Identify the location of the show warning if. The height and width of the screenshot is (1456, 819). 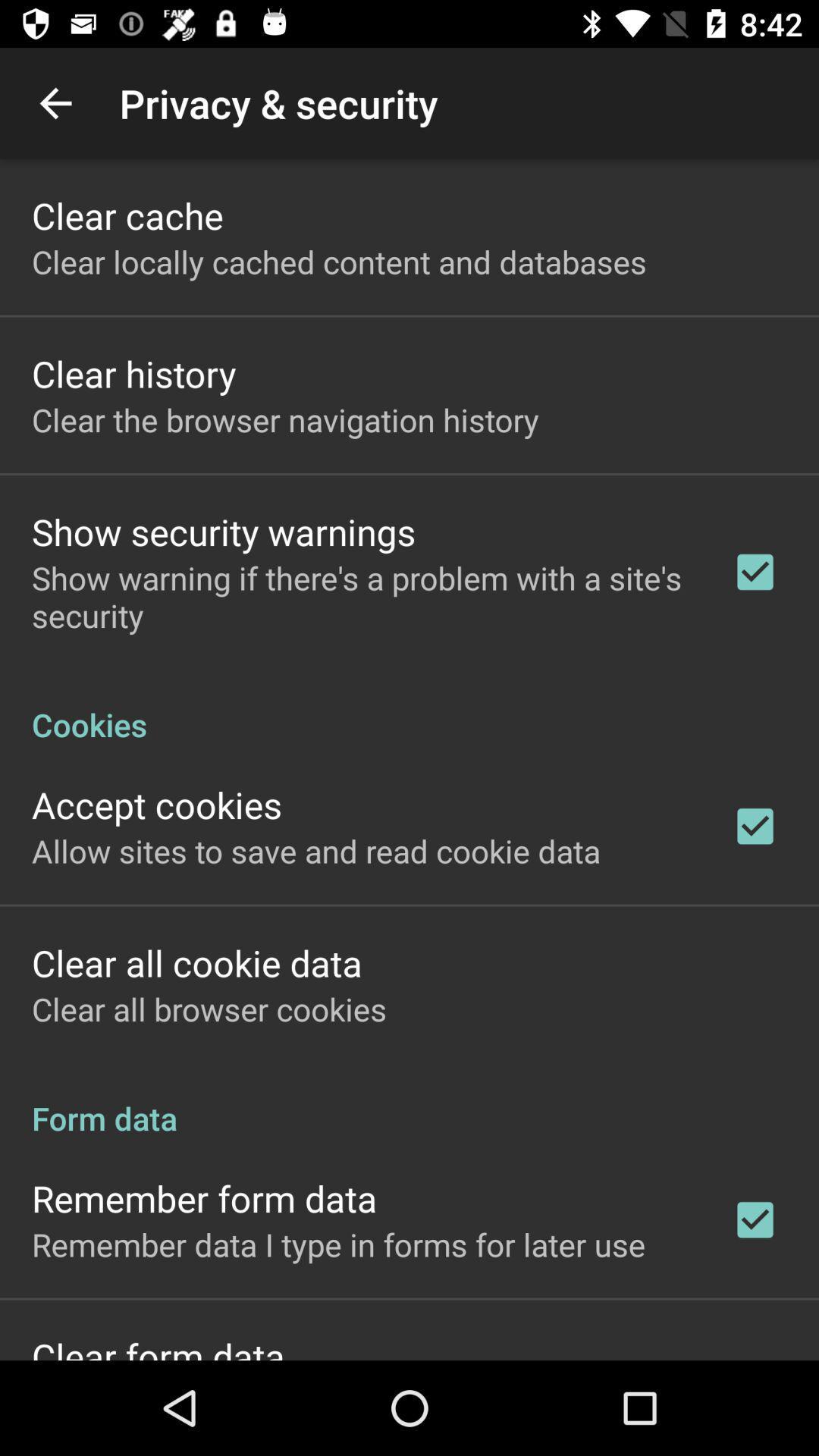
(362, 595).